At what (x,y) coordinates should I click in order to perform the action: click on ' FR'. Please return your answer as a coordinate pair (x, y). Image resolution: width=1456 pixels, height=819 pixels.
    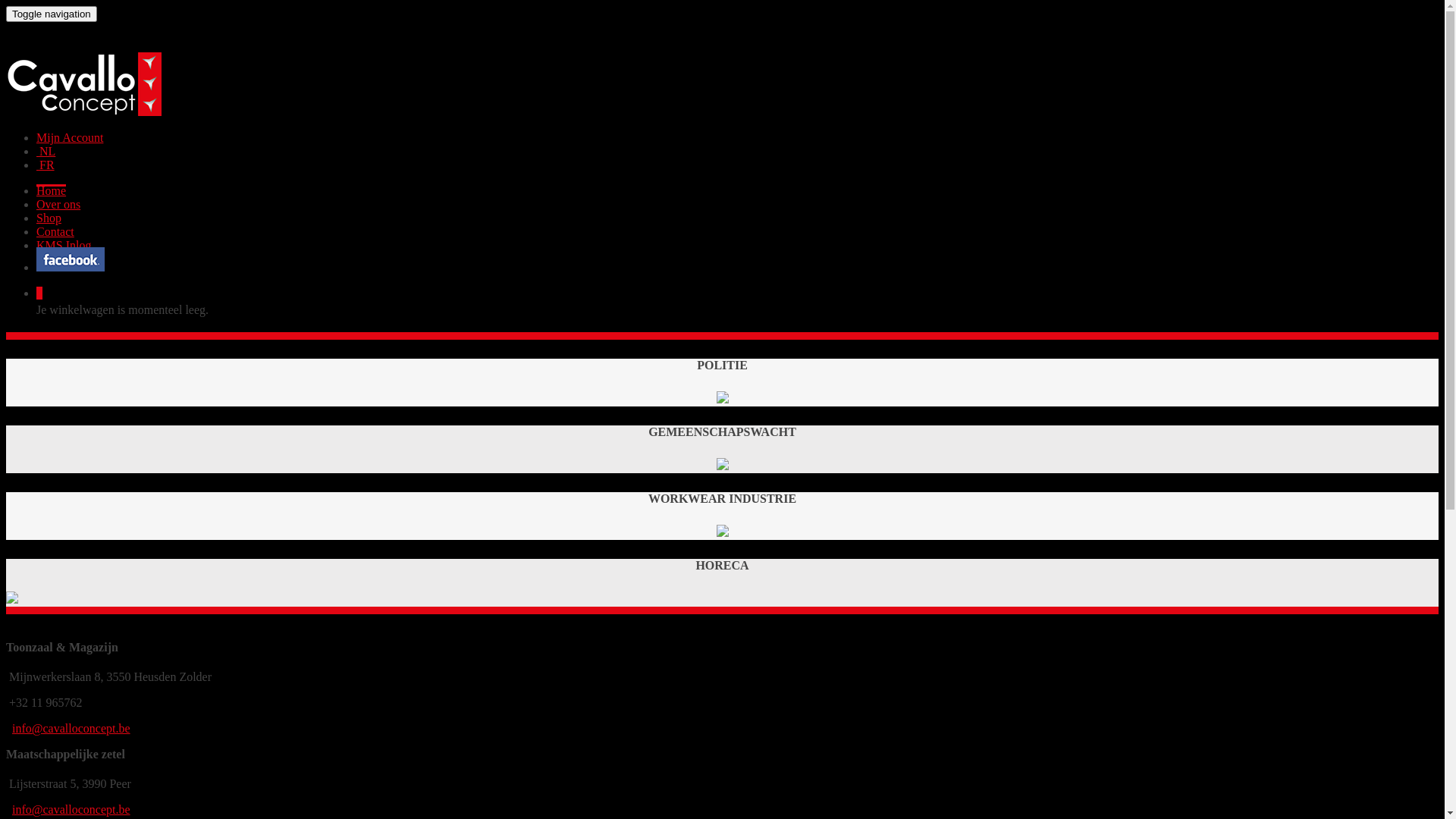
    Looking at the image, I should click on (45, 165).